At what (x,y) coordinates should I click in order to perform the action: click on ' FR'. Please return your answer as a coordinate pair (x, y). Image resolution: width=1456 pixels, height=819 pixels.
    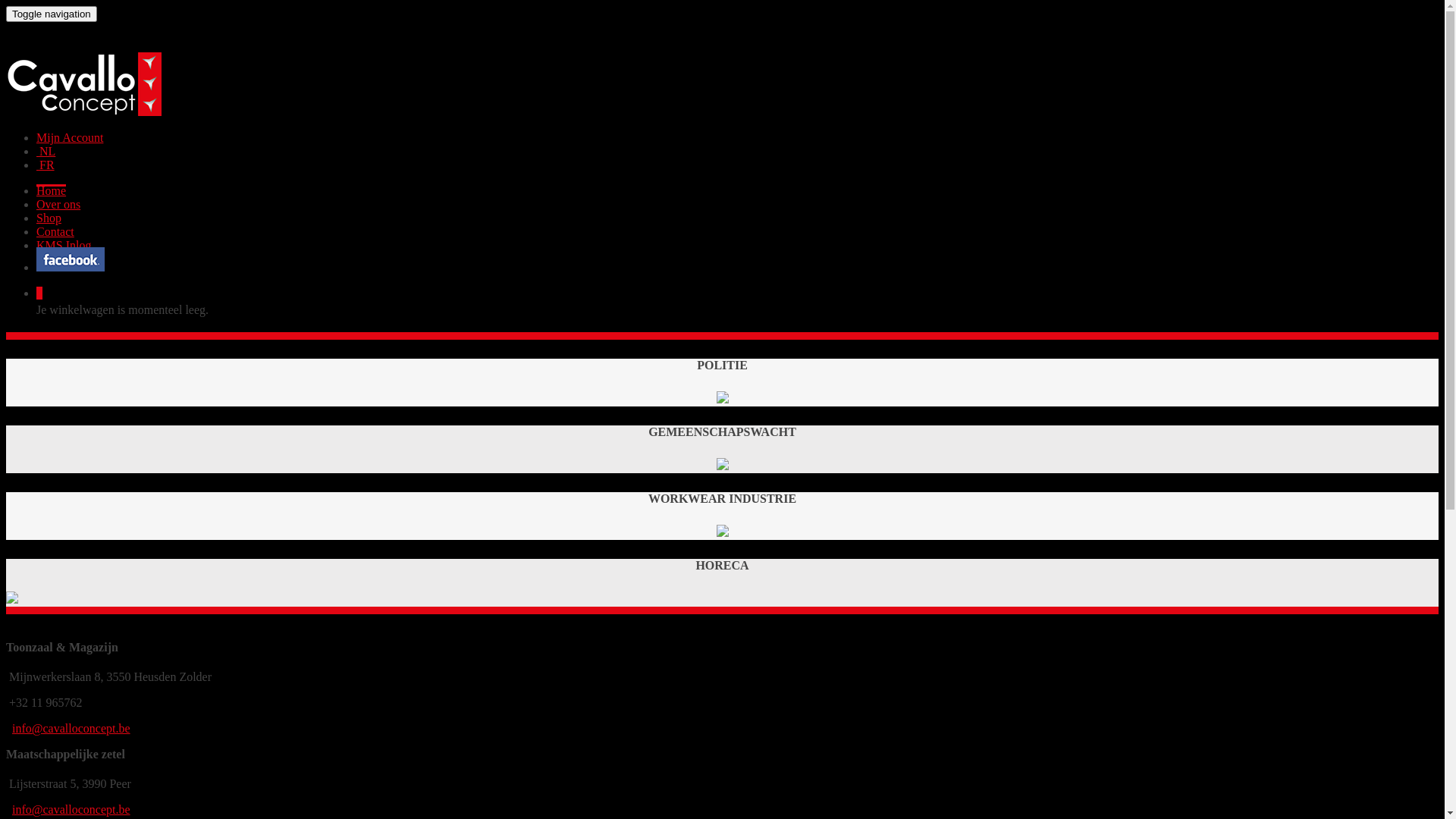
    Looking at the image, I should click on (45, 165).